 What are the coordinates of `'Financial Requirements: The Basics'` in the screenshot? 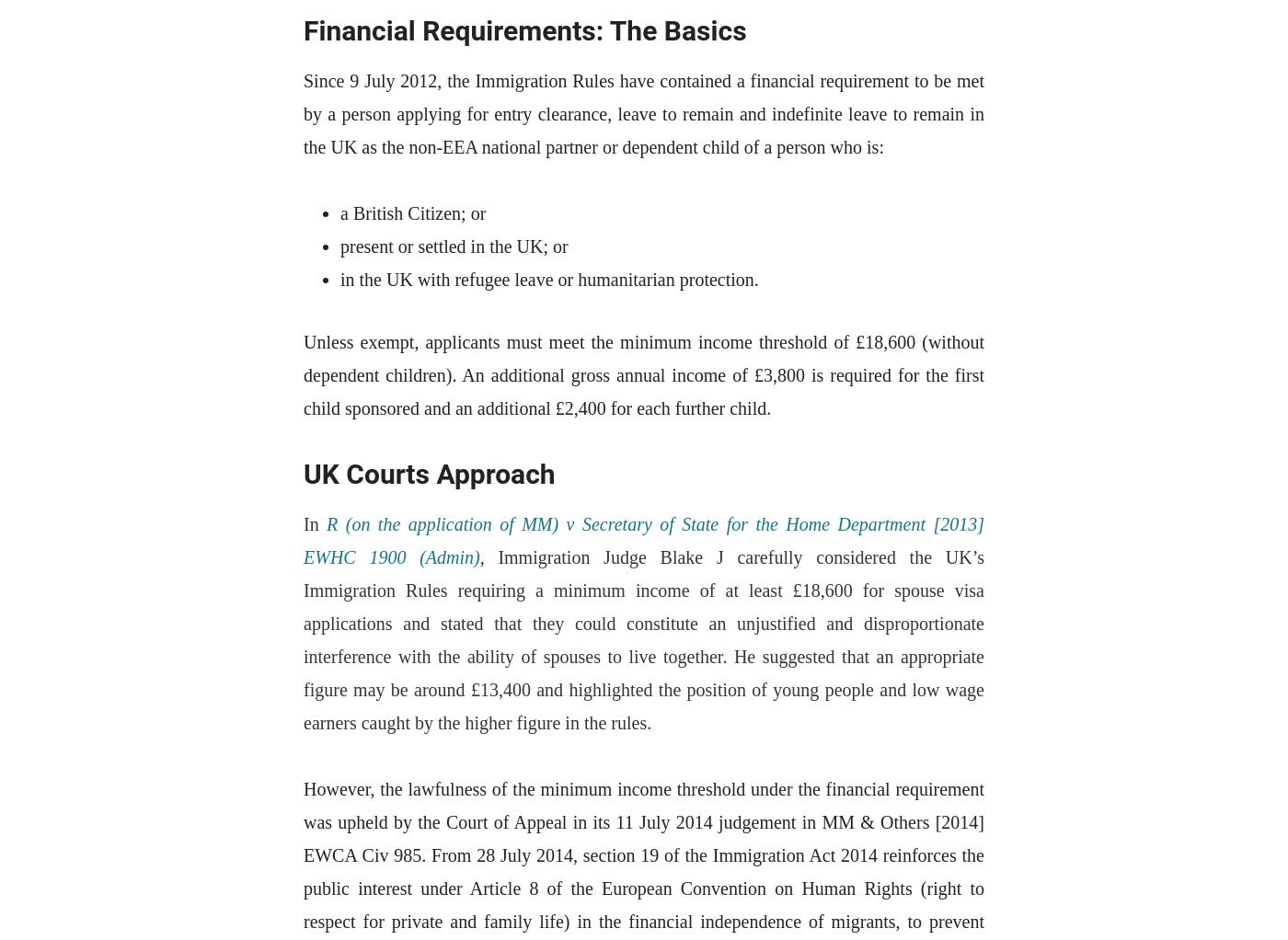 It's located at (303, 29).